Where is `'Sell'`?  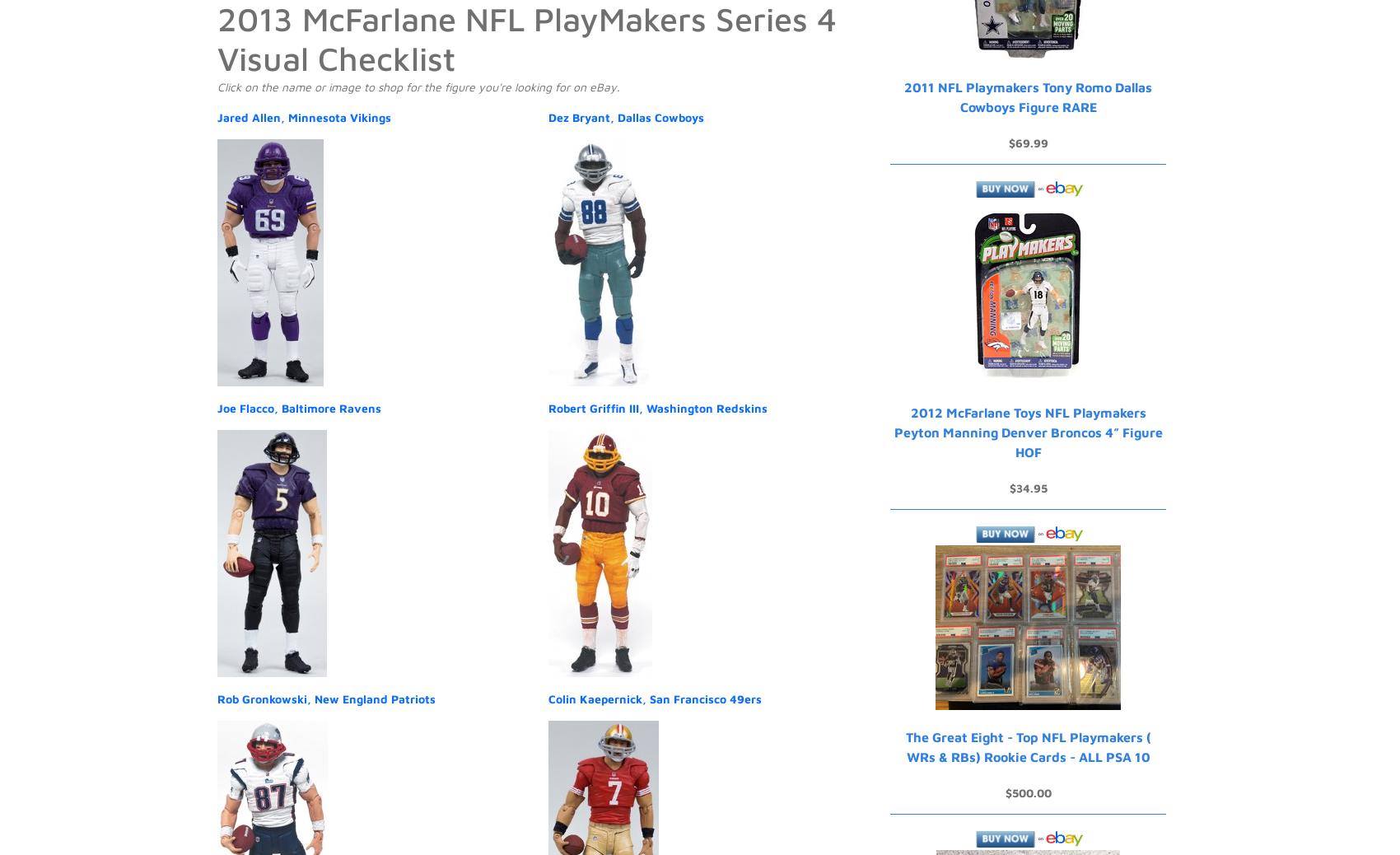 'Sell' is located at coordinates (485, 687).